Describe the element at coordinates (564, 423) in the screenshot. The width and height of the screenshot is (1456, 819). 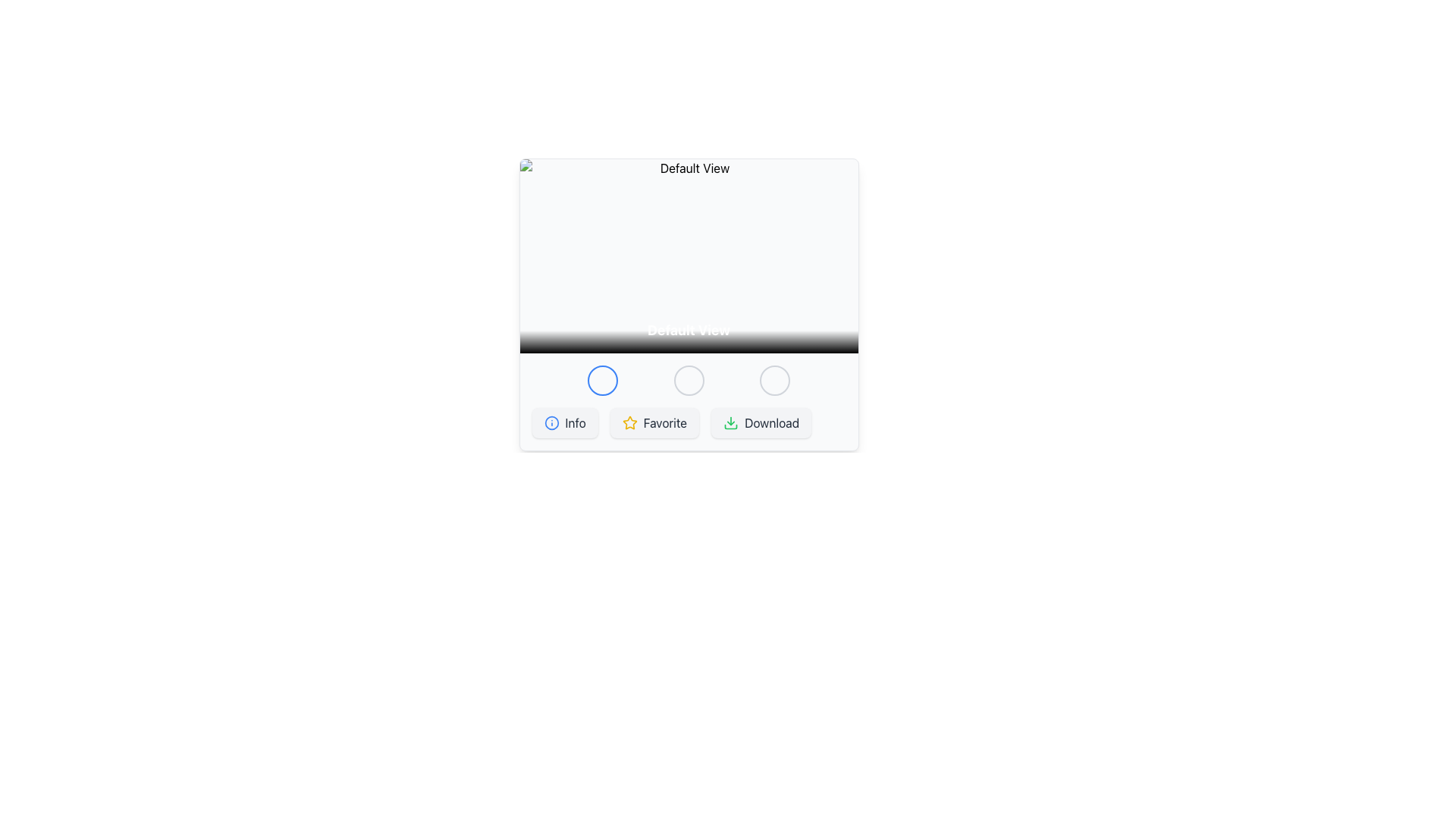
I see `the 'Info' button, which is the first button in a horizontal flexbox containing three buttons. It features a blue information icon, black text, rounded corners, and a light gray background` at that location.